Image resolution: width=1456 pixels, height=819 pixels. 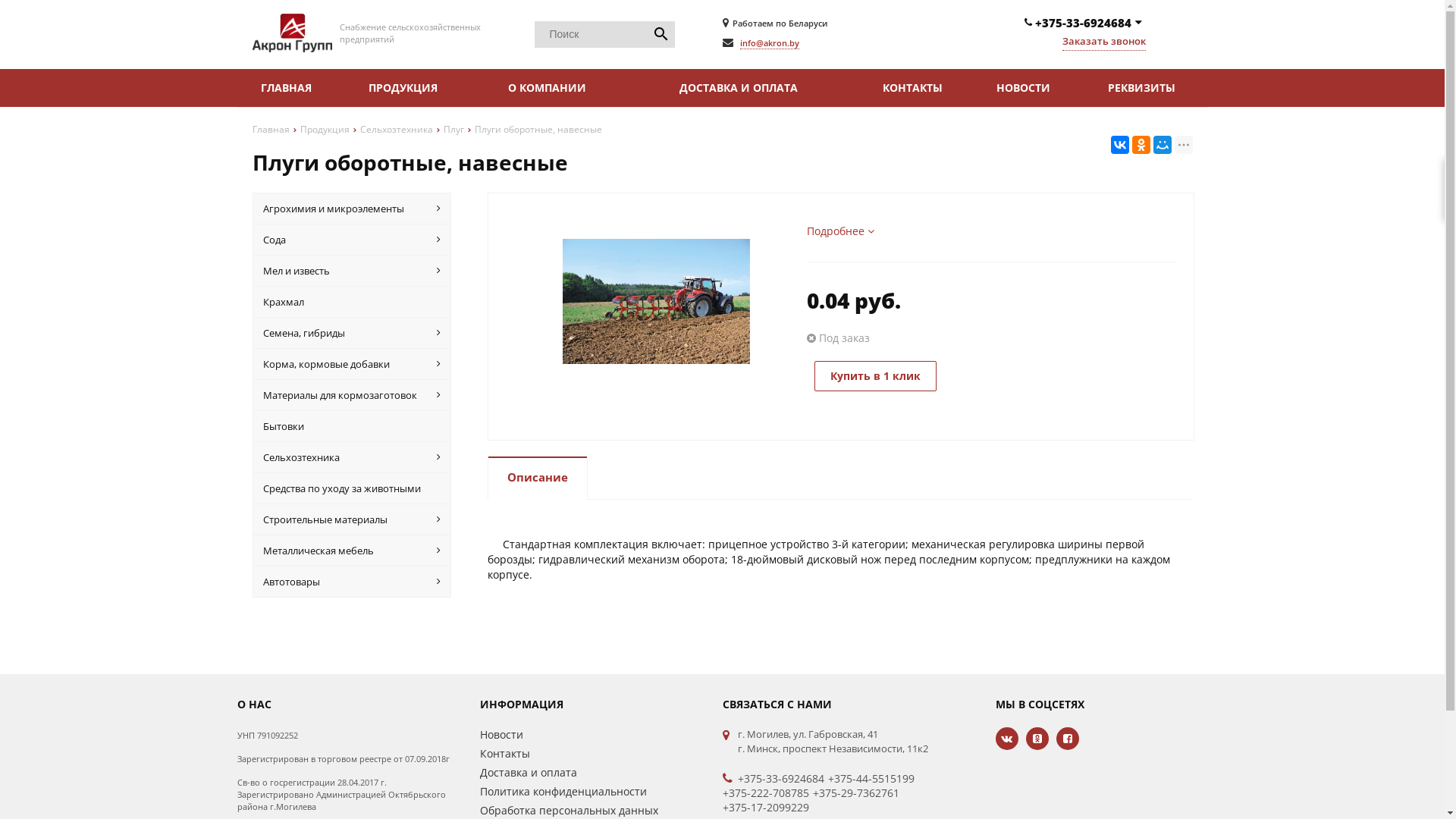 What do you see at coordinates (827, 778) in the screenshot?
I see `'+375-44-5515199'` at bounding box center [827, 778].